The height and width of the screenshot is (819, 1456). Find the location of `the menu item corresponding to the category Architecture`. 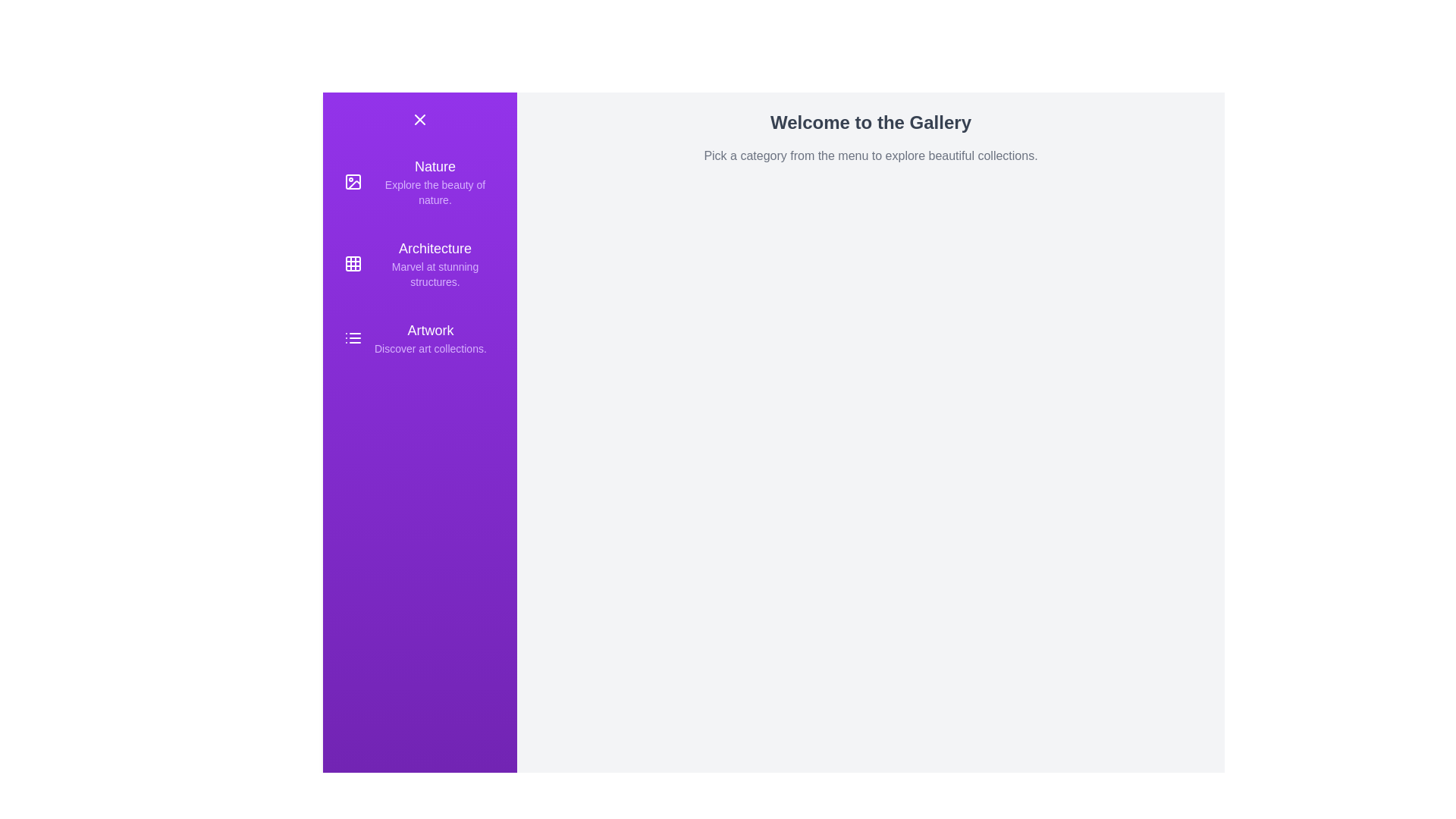

the menu item corresponding to the category Architecture is located at coordinates (419, 262).